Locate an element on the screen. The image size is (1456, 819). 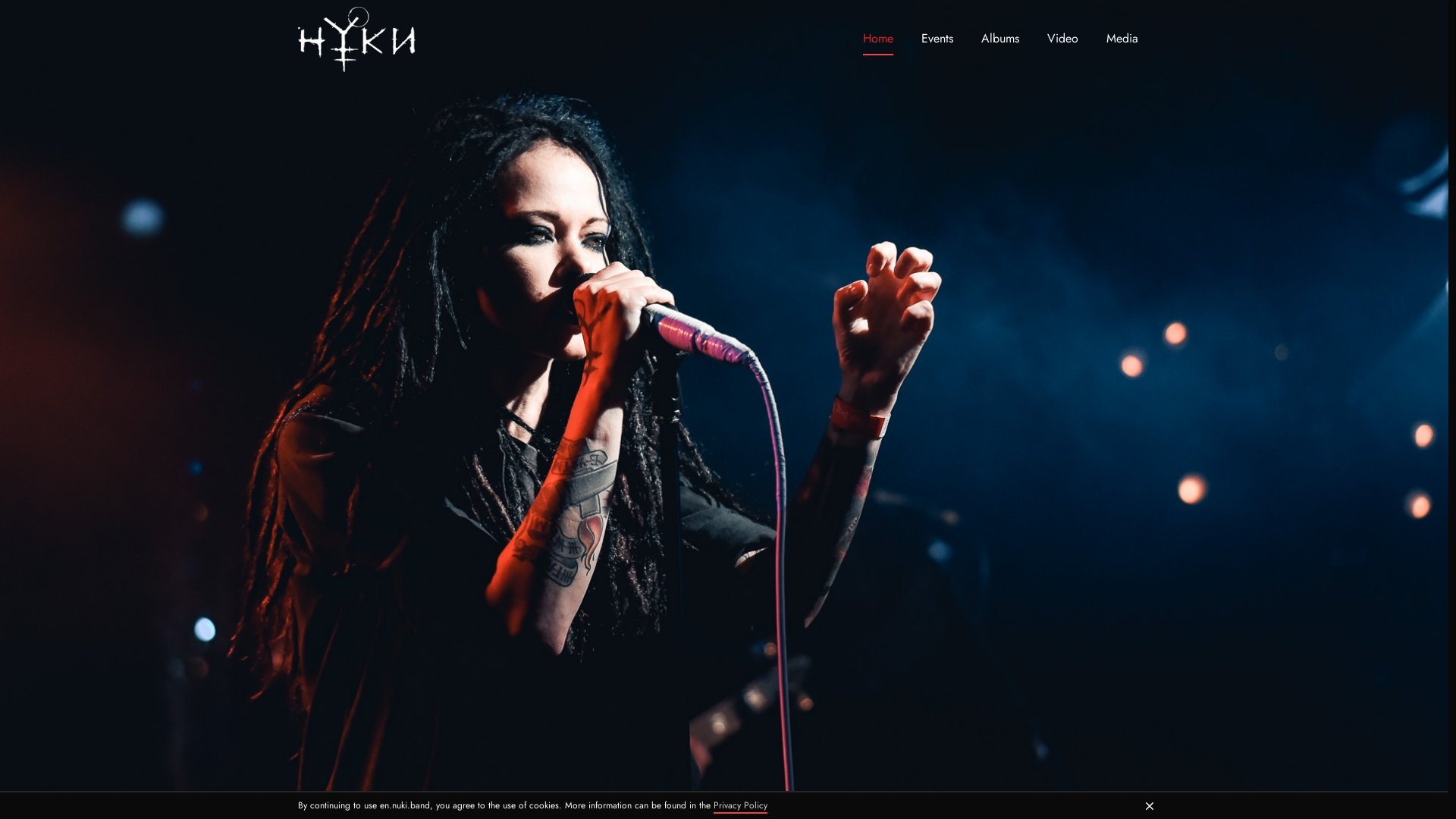
'Privacy Policy' is located at coordinates (712, 805).